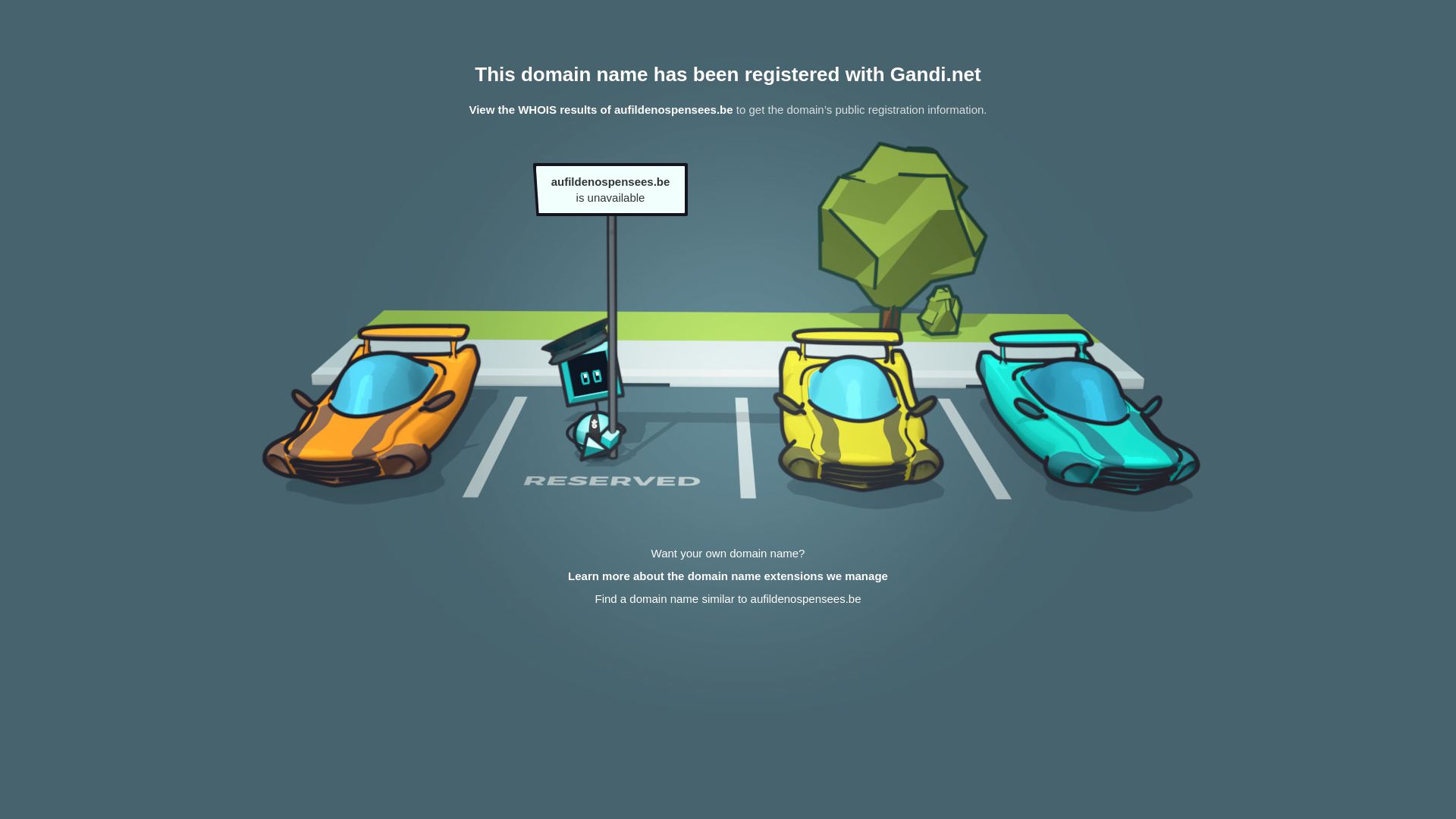 The width and height of the screenshot is (1456, 819). I want to click on 'View the WHOIS results of aufildenospensees.be', so click(468, 108).